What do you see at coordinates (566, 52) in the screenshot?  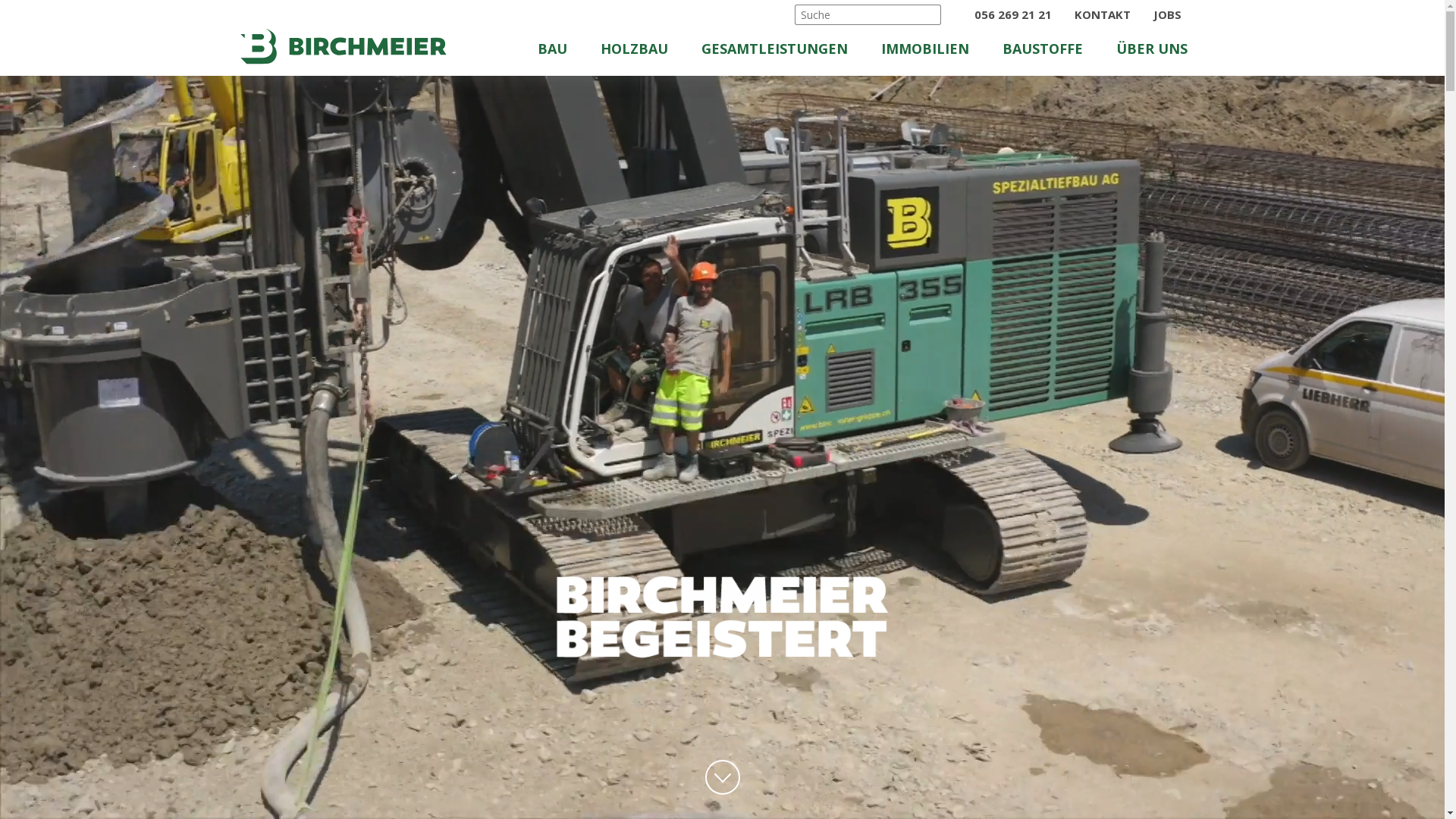 I see `'BAU'` at bounding box center [566, 52].